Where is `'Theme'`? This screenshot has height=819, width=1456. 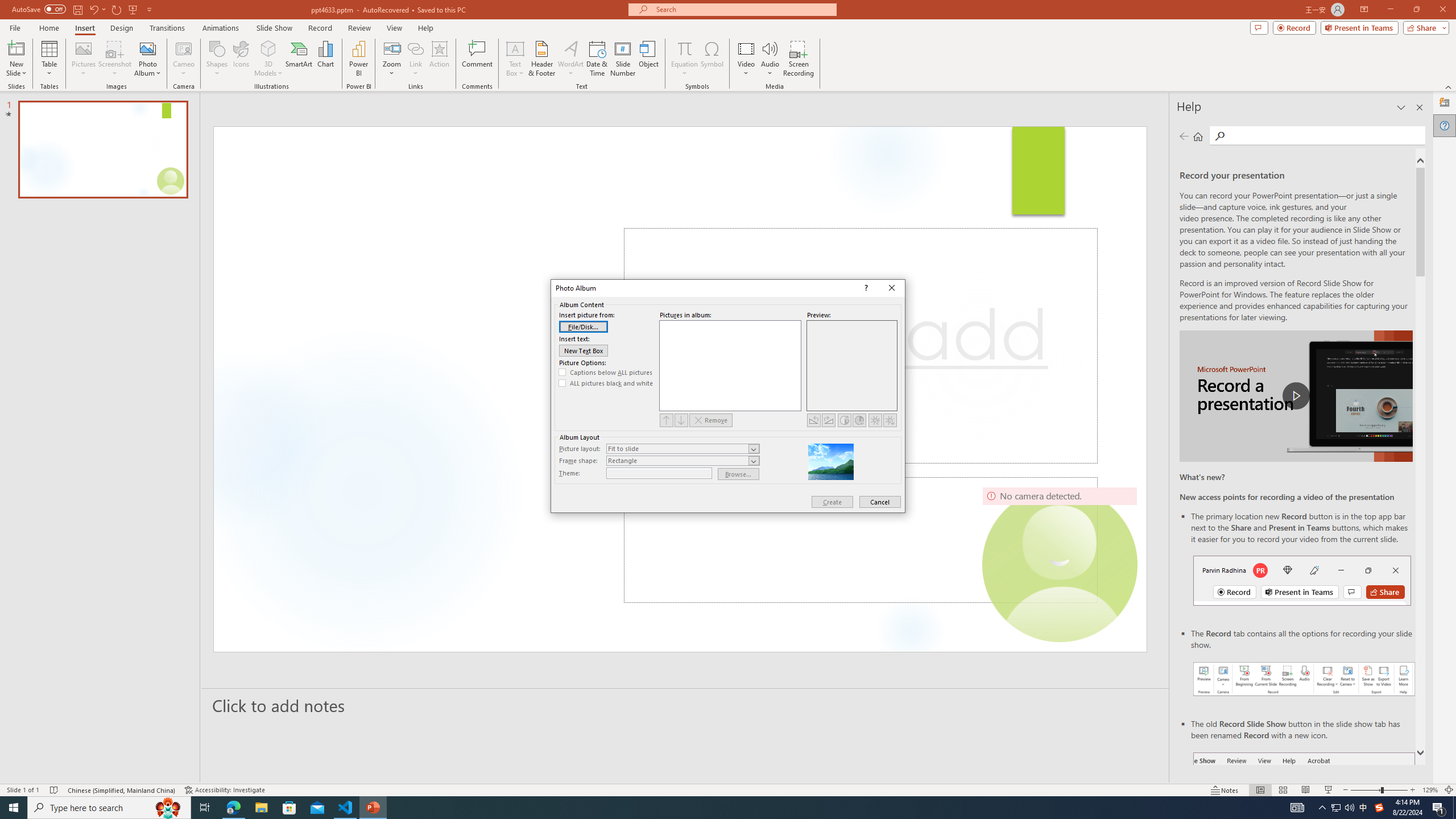 'Theme' is located at coordinates (658, 473).